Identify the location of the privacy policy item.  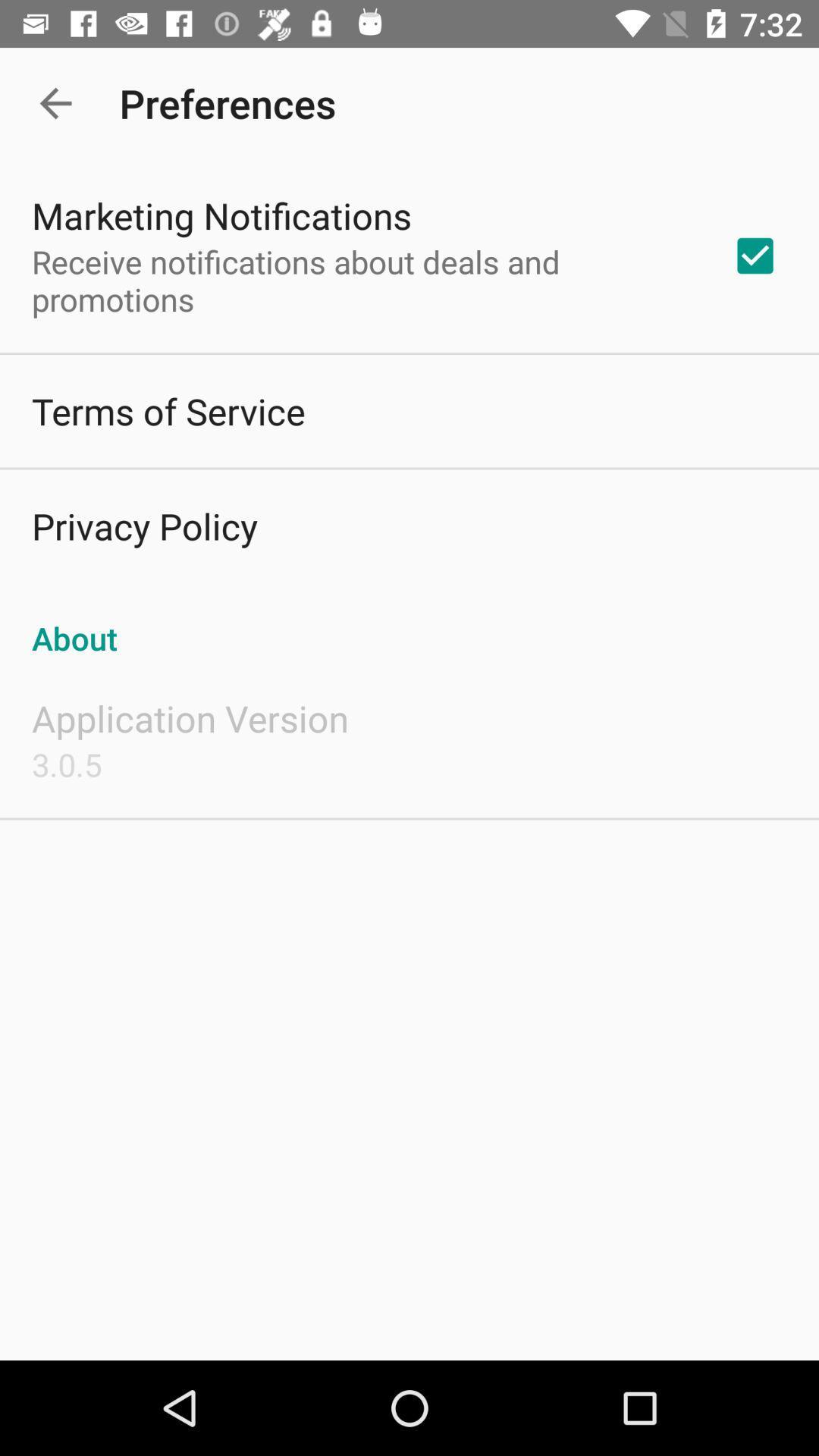
(144, 526).